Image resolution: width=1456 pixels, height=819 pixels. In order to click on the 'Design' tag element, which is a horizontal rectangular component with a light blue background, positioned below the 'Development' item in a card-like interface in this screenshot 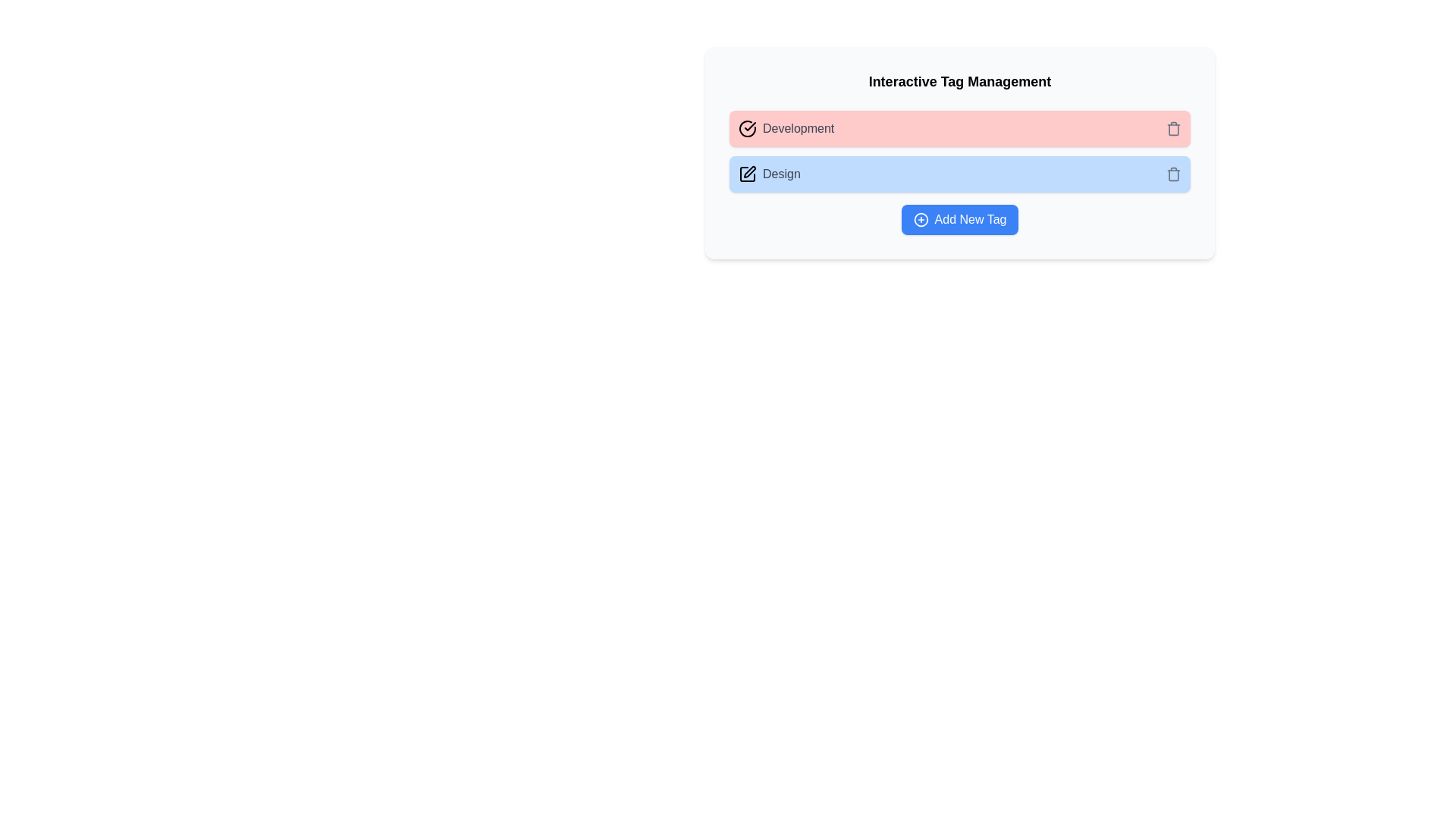, I will do `click(959, 152)`.